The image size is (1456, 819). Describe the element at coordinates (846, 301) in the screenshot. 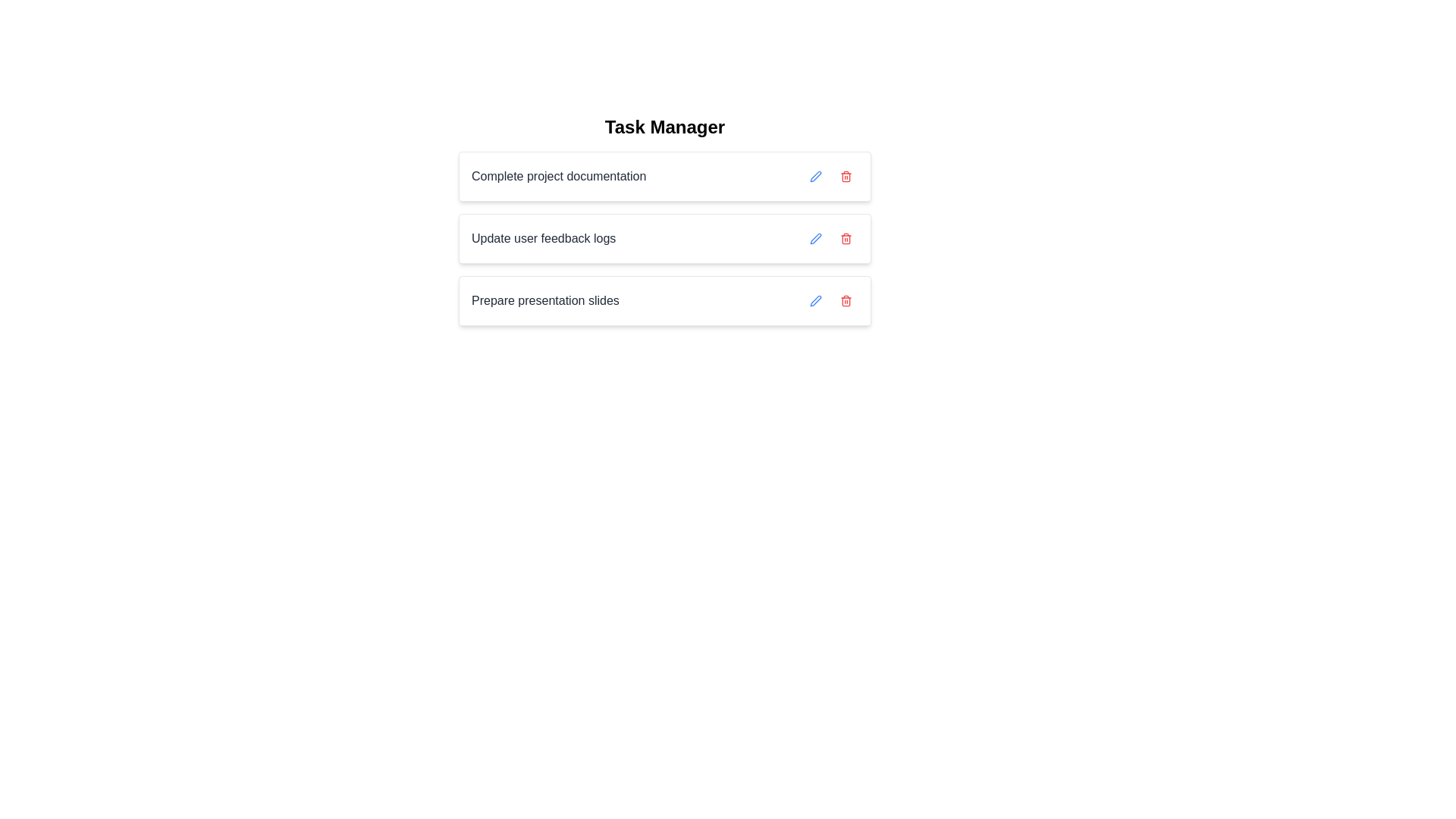

I see `the delete icon button located to the far right of the list item labeled 'Update user feedback logs'` at that location.